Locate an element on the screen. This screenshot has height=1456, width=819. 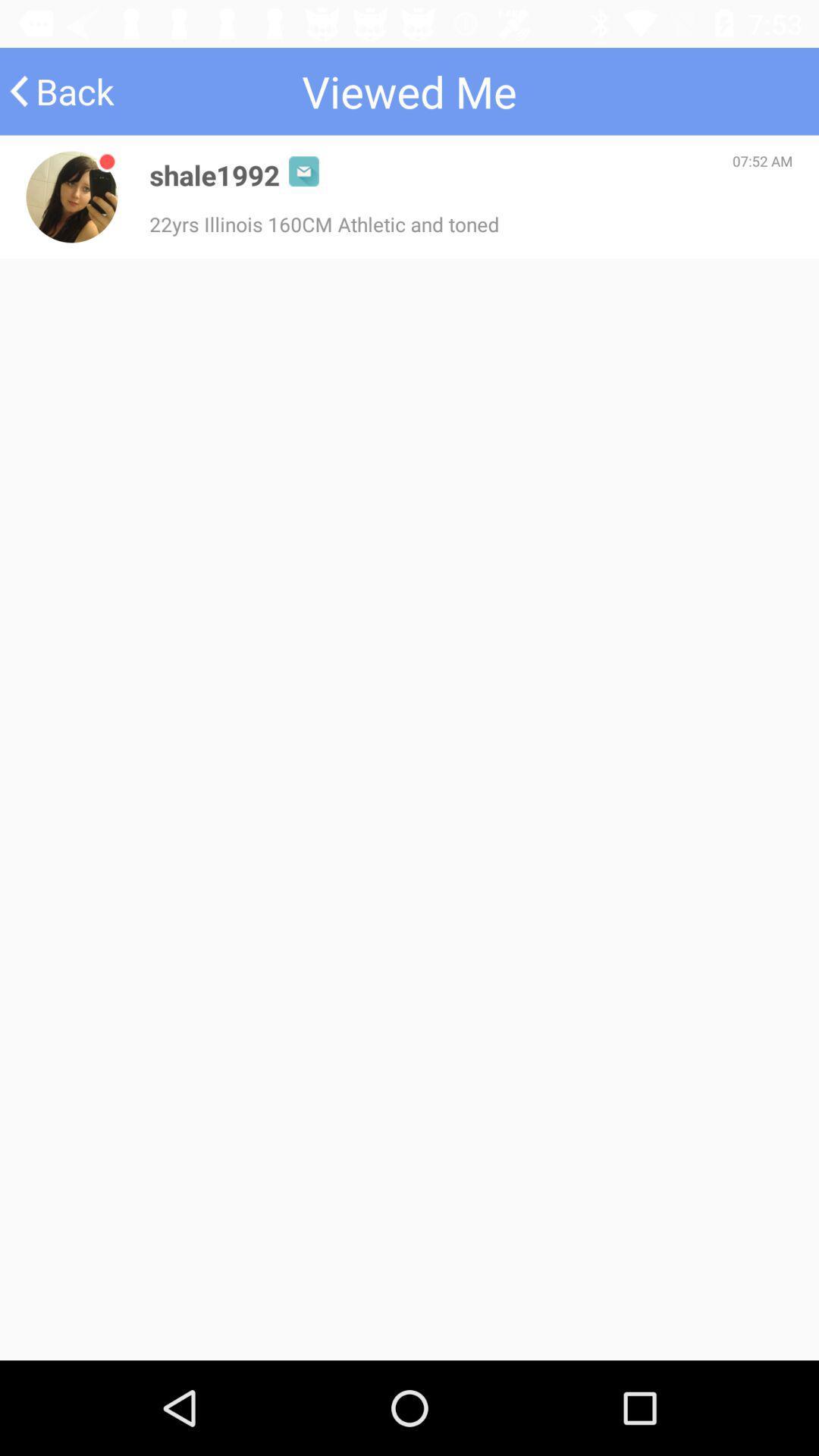
item above the 22yrs illinois 160cm is located at coordinates (215, 174).